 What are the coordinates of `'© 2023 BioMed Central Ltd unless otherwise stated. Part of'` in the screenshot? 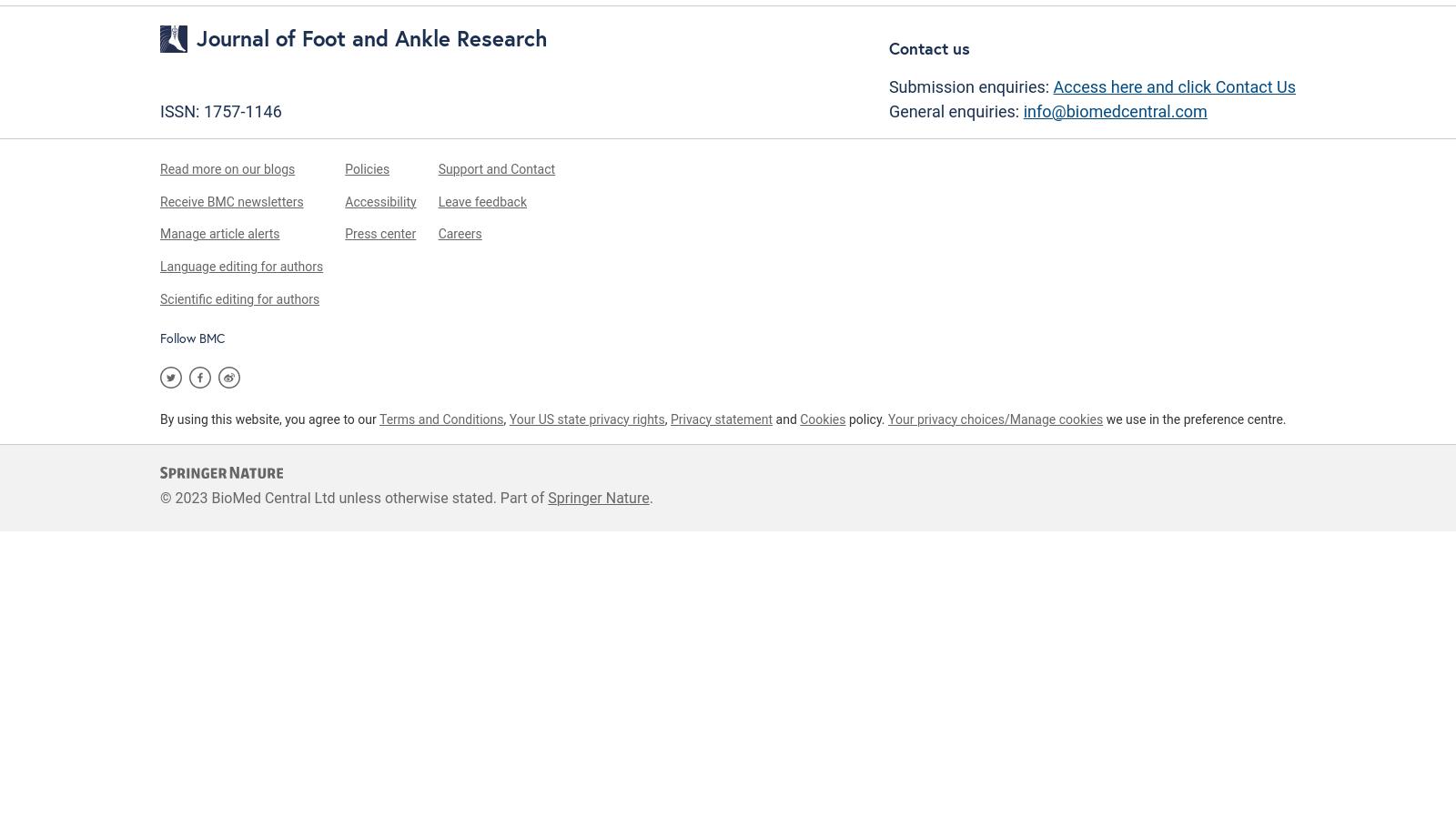 It's located at (353, 496).